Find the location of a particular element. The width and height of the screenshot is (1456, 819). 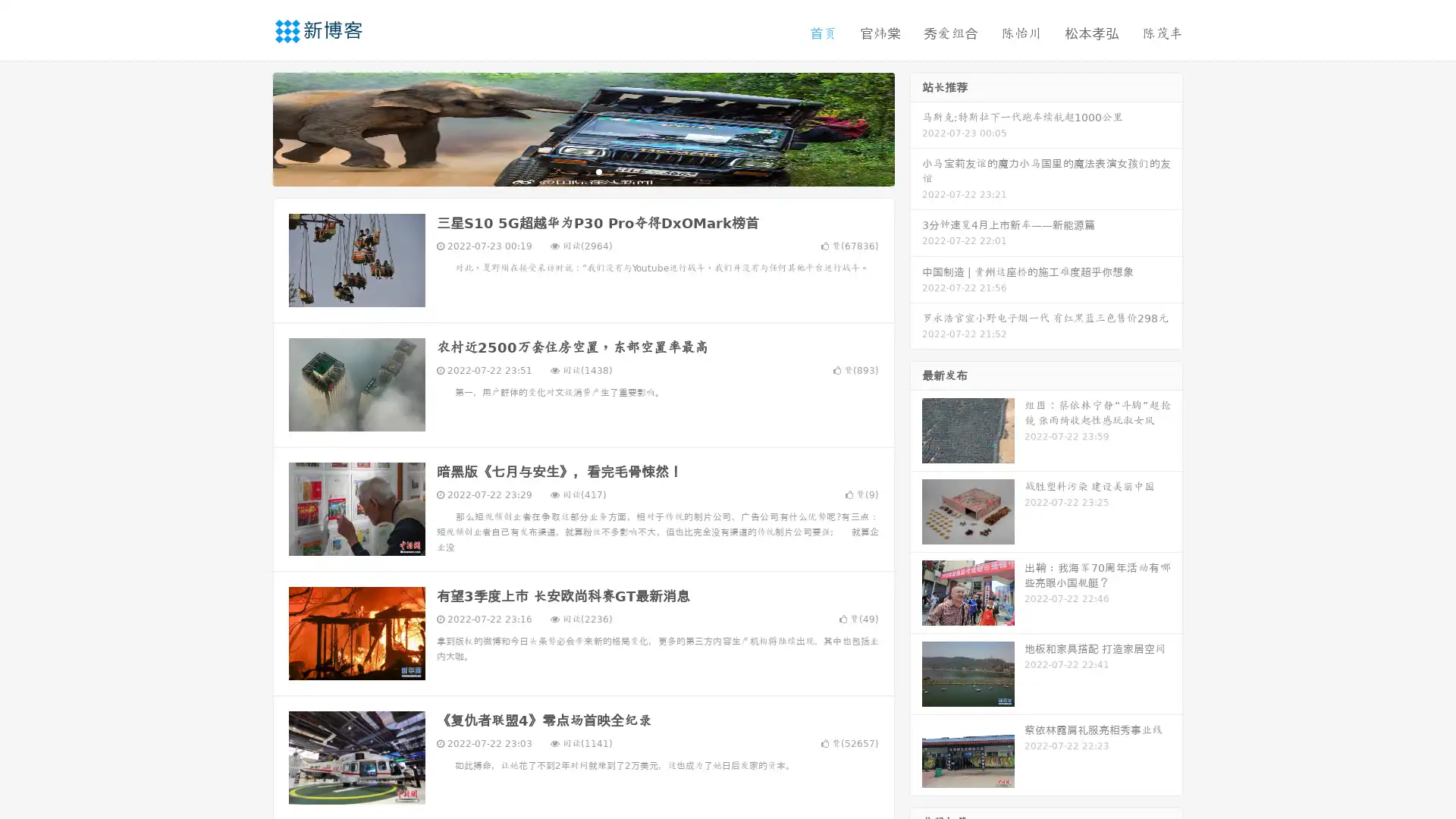

Next slide is located at coordinates (916, 127).